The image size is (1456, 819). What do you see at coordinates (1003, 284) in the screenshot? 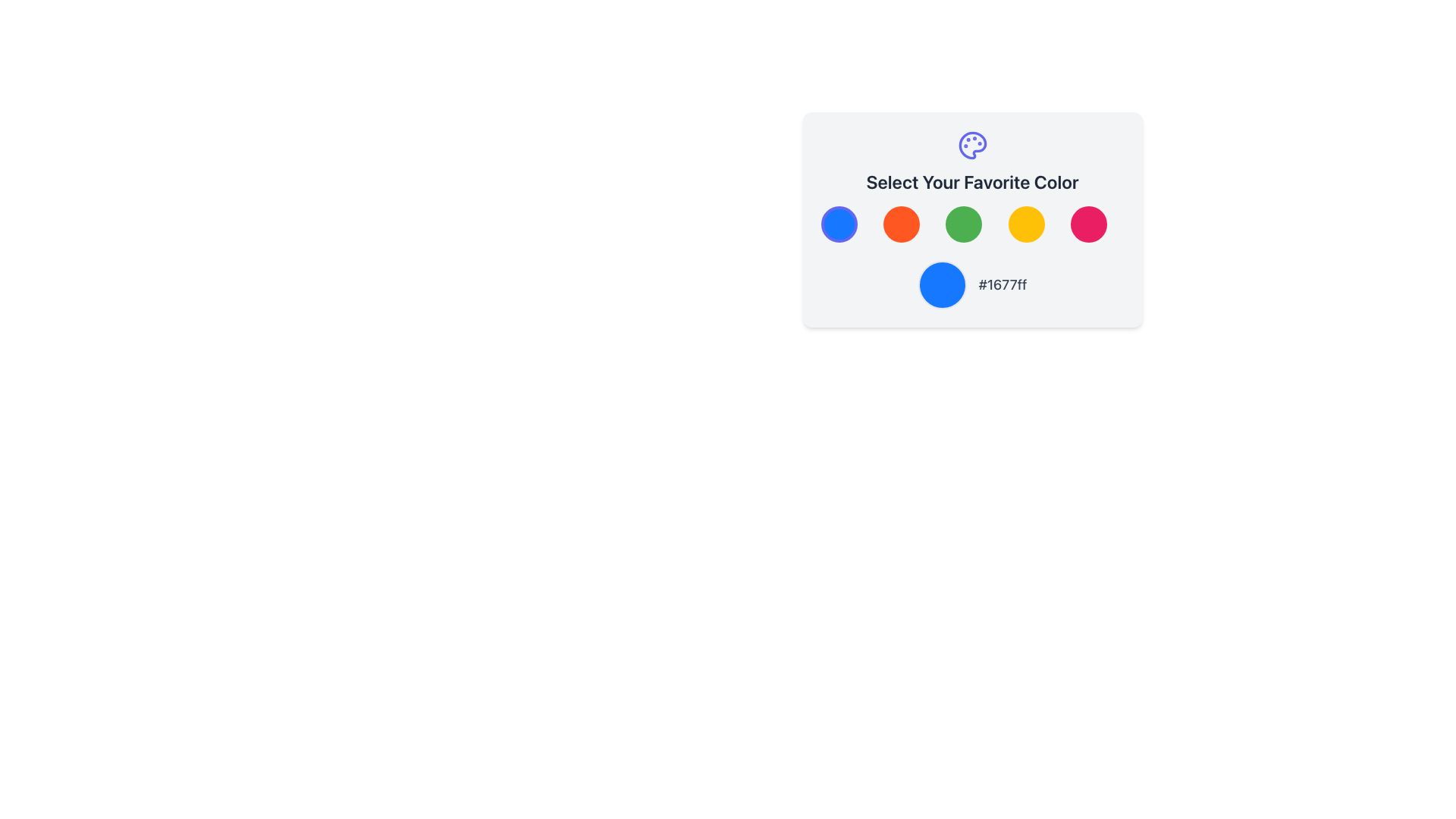
I see `the Text Label displaying the color code '#1677ff' which is located to the right of a blue circle in a card-like interface` at bounding box center [1003, 284].